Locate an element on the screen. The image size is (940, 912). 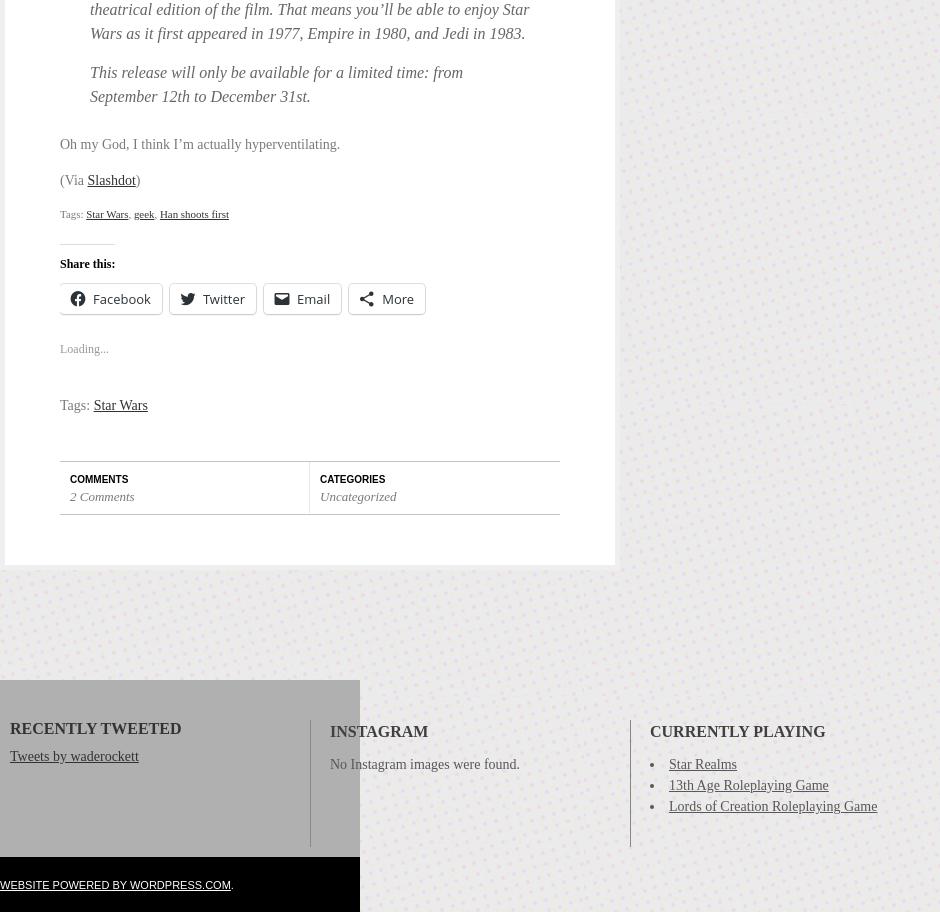
'Star Realms' is located at coordinates (702, 758).